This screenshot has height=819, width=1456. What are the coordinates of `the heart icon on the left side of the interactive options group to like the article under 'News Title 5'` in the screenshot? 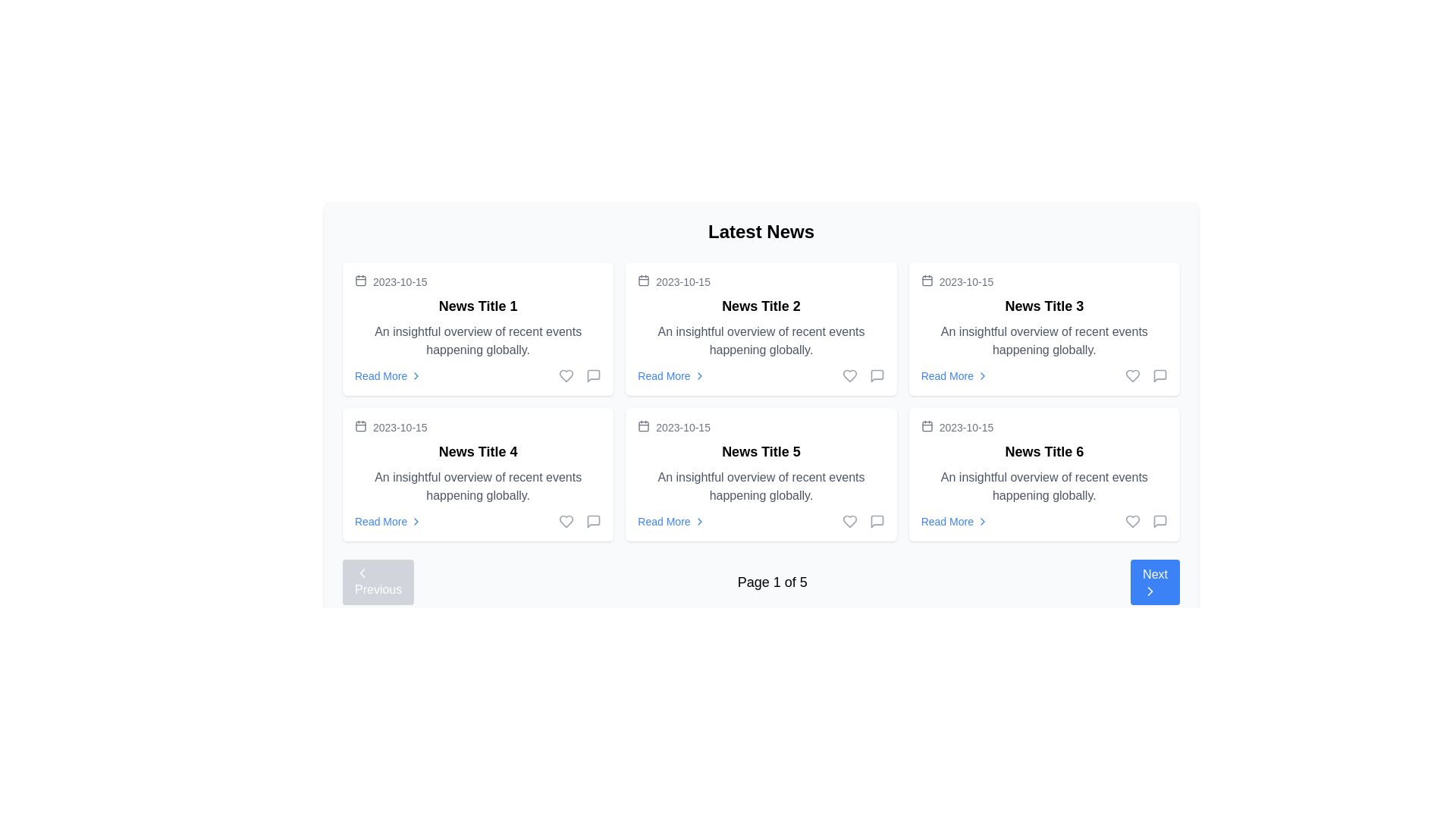 It's located at (863, 520).